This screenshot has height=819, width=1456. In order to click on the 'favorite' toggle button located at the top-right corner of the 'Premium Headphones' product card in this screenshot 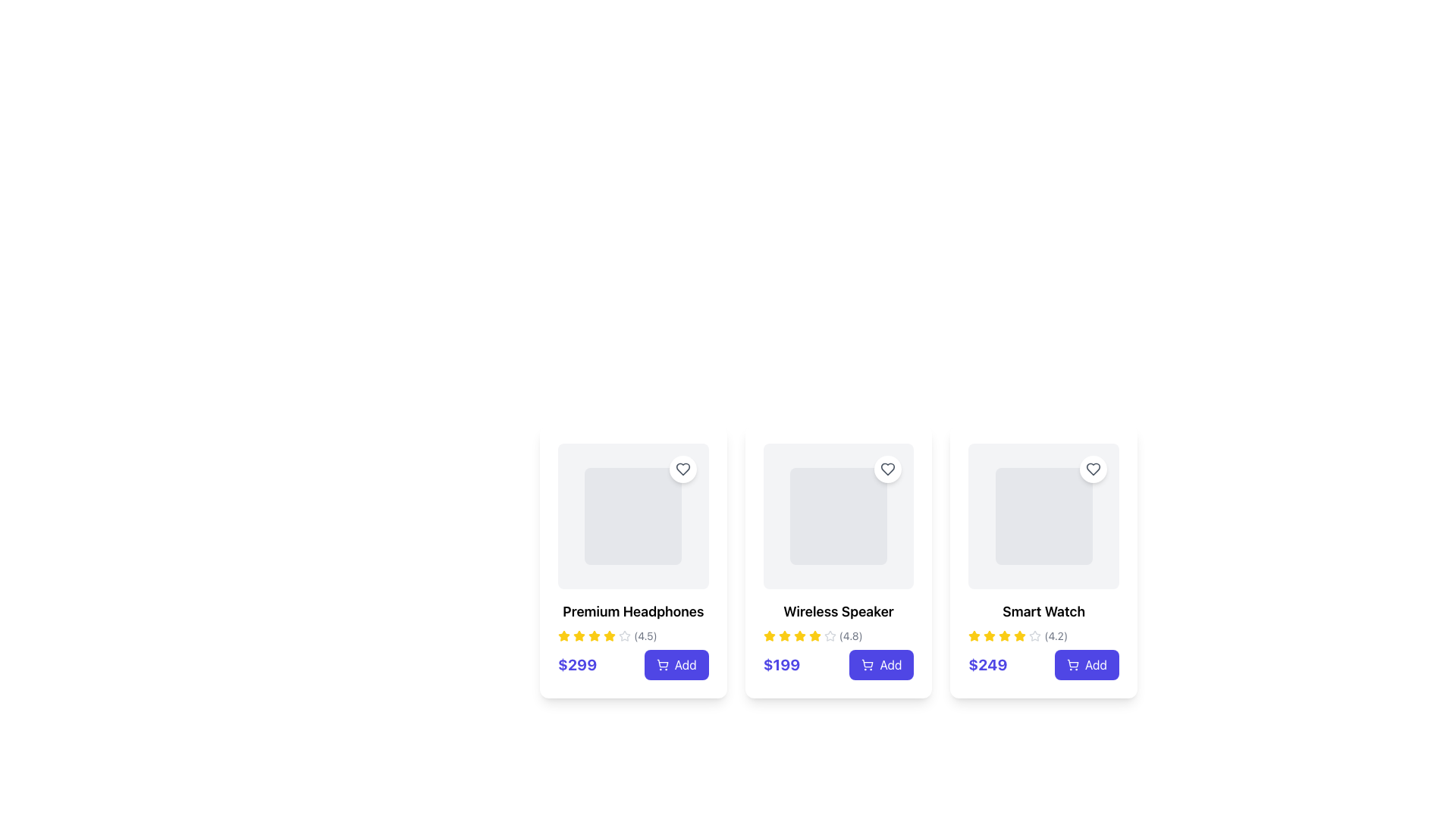, I will do `click(682, 468)`.